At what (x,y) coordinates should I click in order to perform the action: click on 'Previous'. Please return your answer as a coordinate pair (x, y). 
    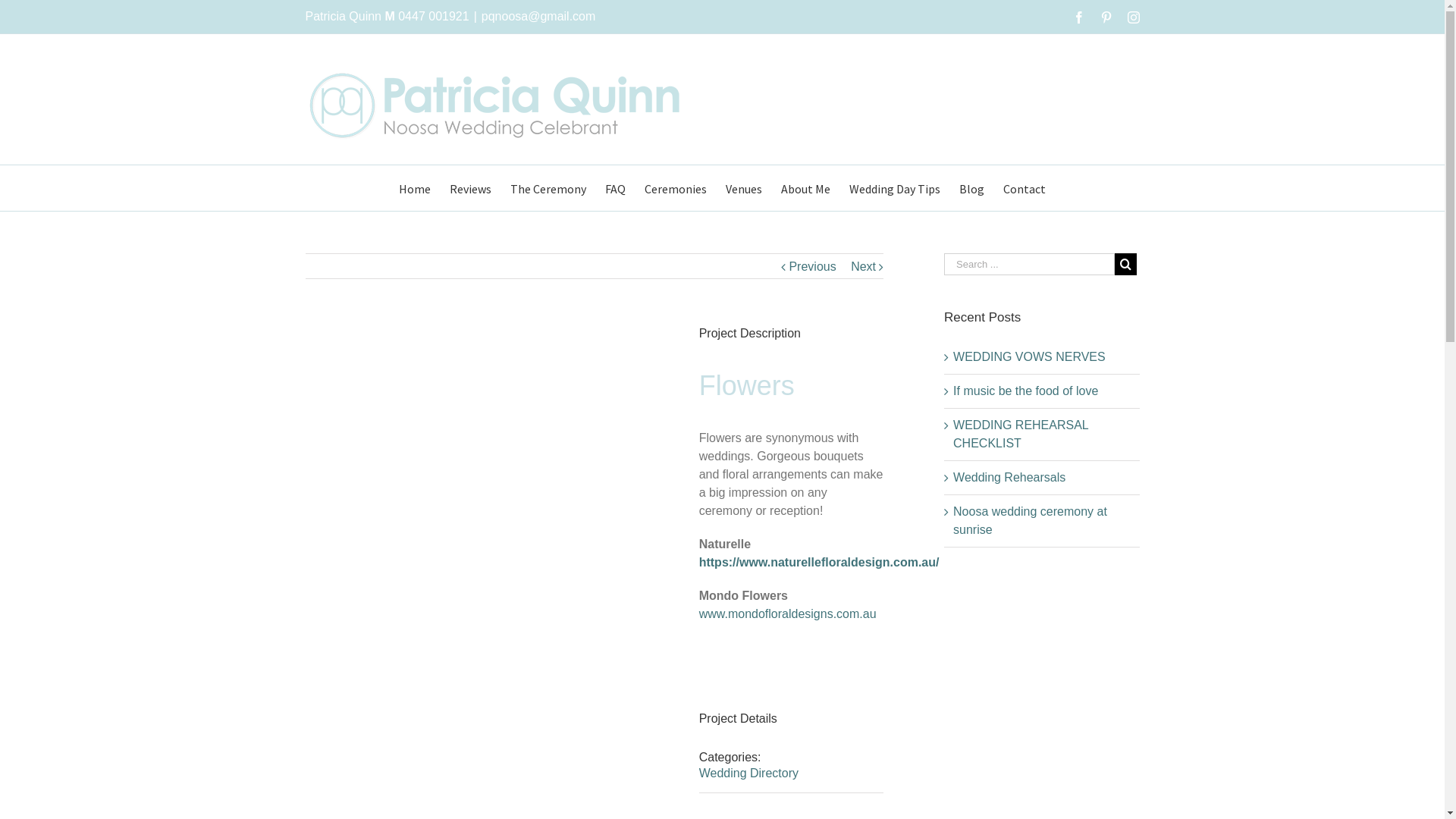
    Looking at the image, I should click on (811, 265).